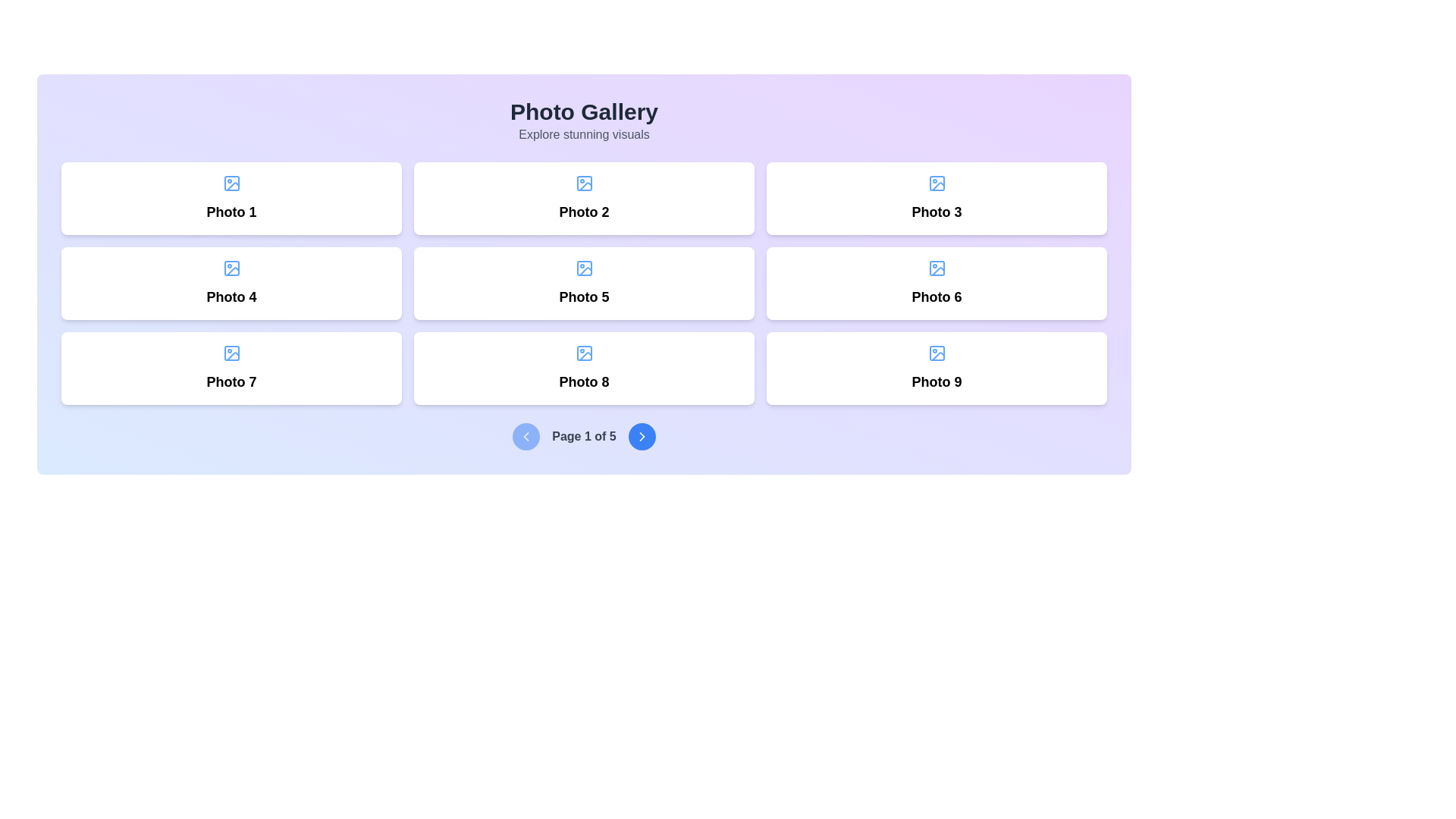 The image size is (1456, 819). What do you see at coordinates (583, 111) in the screenshot?
I see `the prominent text label 'Photo Gallery' which is styled in a bold, large, sans-serif font against a light purple background` at bounding box center [583, 111].